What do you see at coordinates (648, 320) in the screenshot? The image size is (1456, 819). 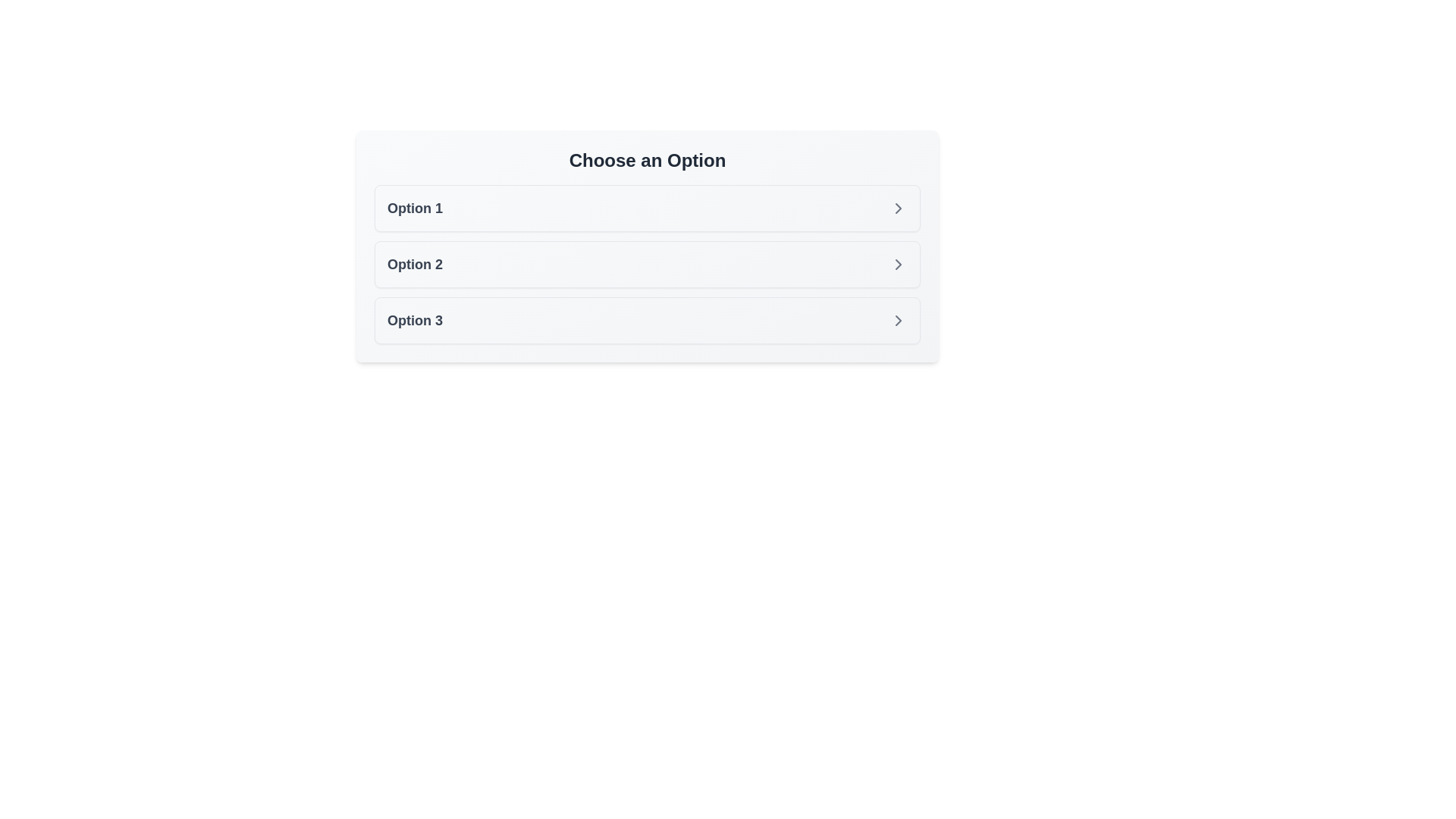 I see `the selectable list item labeled 'Option 3'` at bounding box center [648, 320].